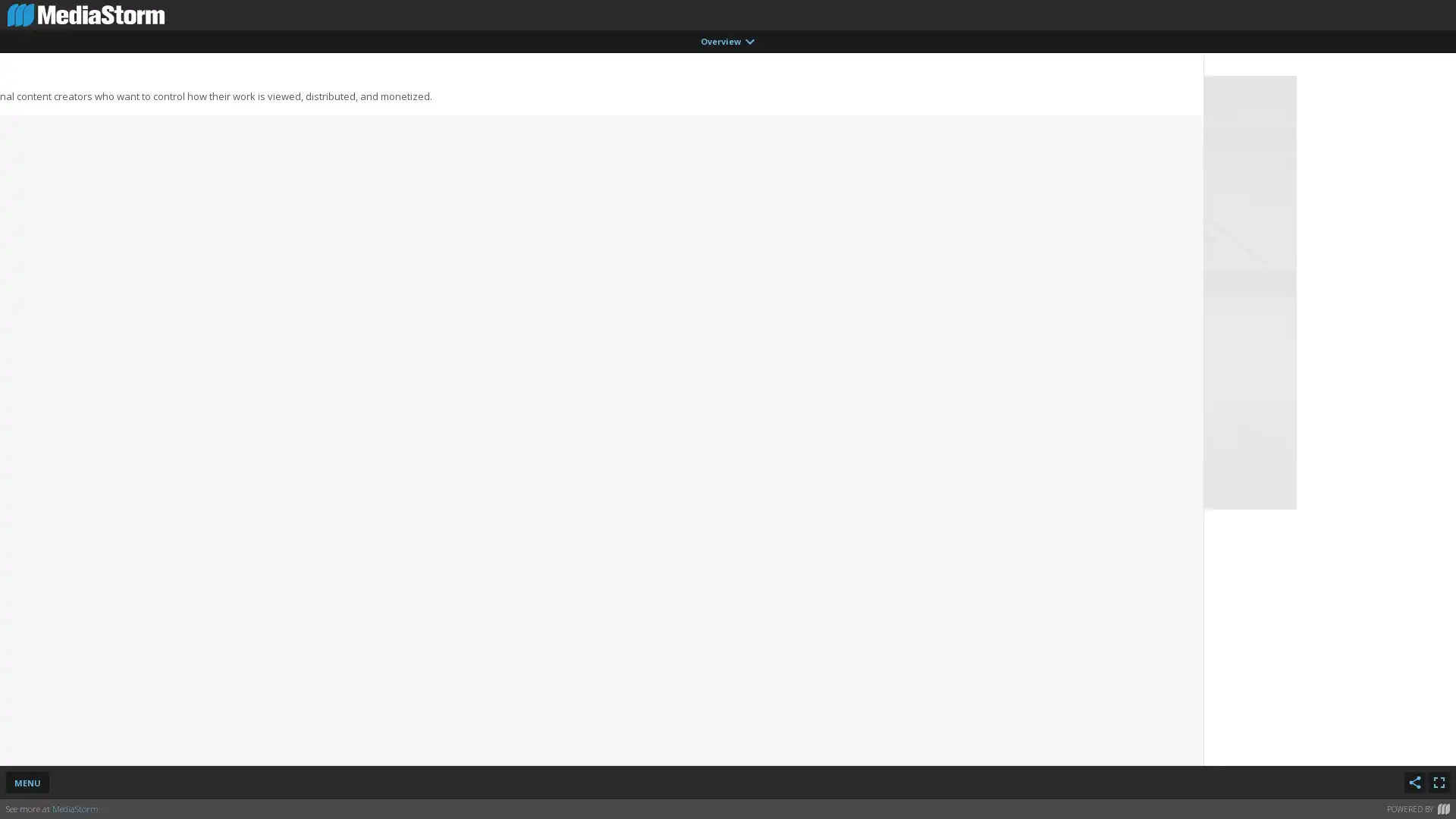 Image resolution: width=1456 pixels, height=819 pixels. What do you see at coordinates (27, 783) in the screenshot?
I see `MENU` at bounding box center [27, 783].